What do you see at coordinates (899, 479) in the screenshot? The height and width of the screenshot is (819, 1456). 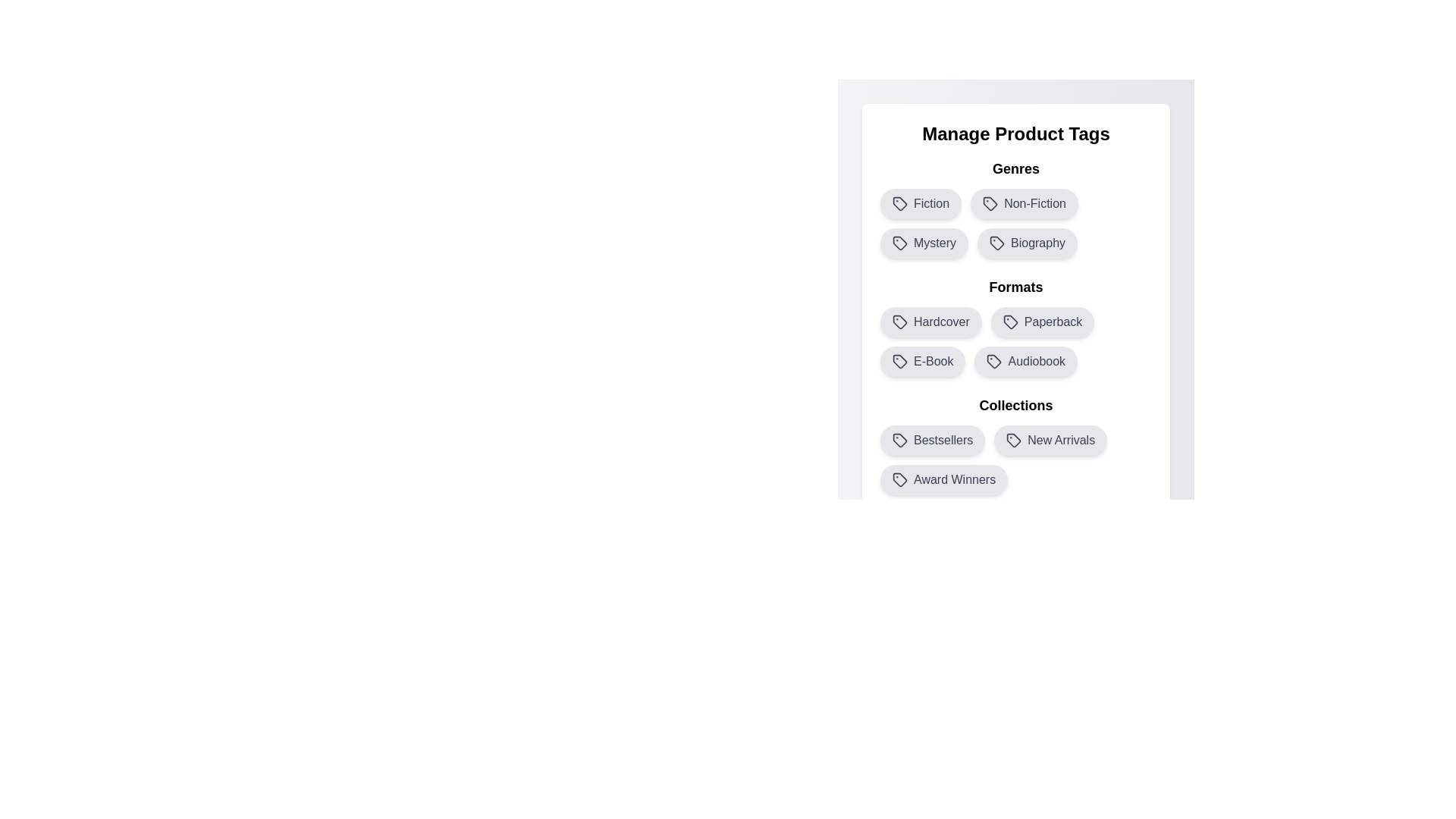 I see `the tagging icon located in the collections category, positioned below 'Bestsellers' and 'New Arrivals', and to the left of 'Award Winners'` at bounding box center [899, 479].